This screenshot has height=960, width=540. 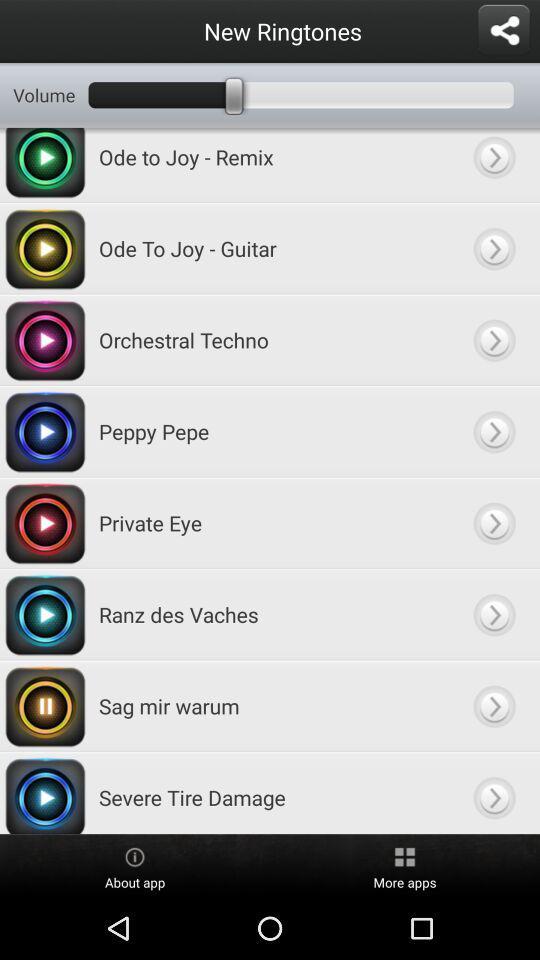 What do you see at coordinates (493, 431) in the screenshot?
I see `ringtone` at bounding box center [493, 431].